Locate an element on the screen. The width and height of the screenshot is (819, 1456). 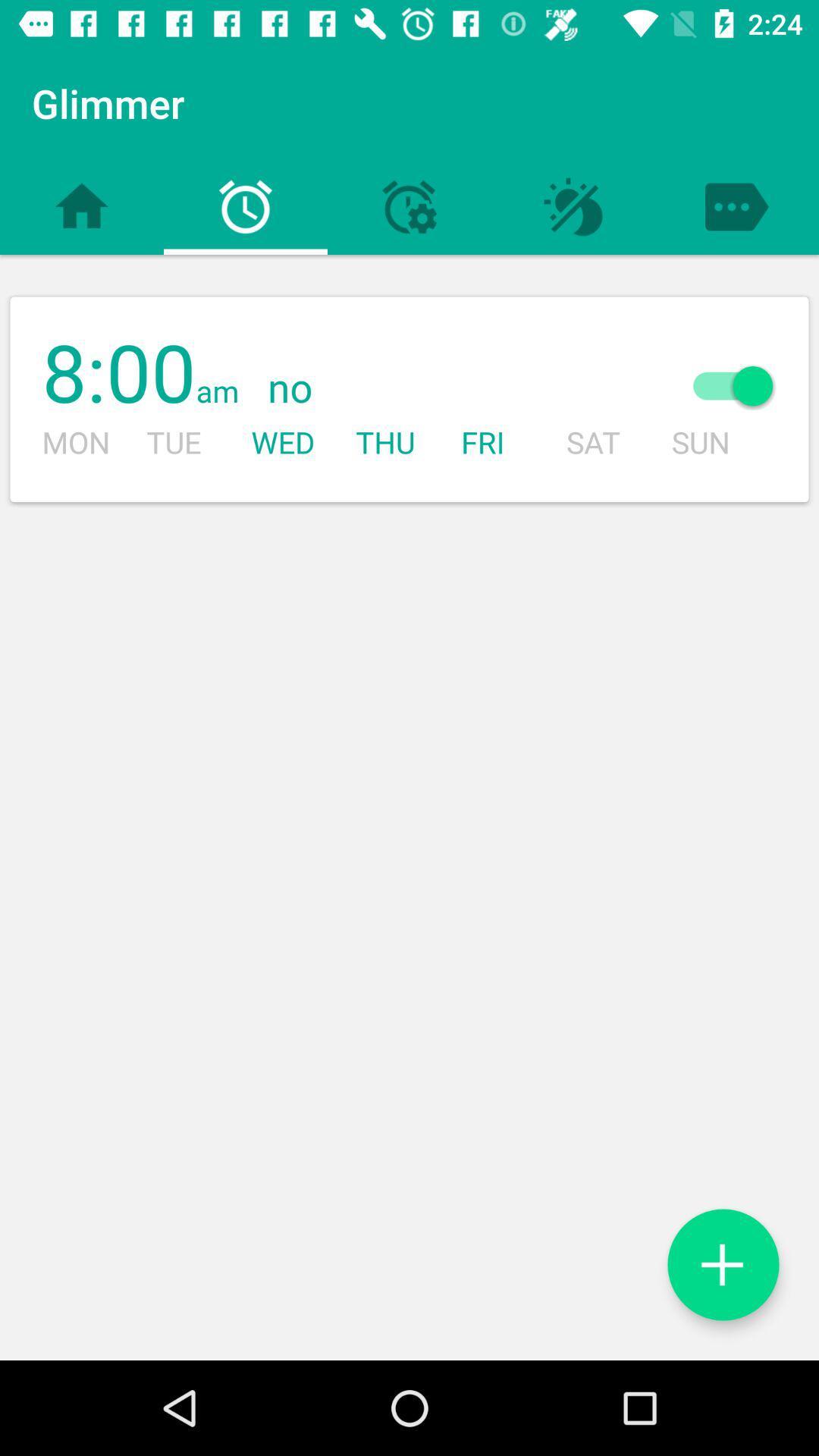
the item next to the sun item is located at coordinates (444, 389).